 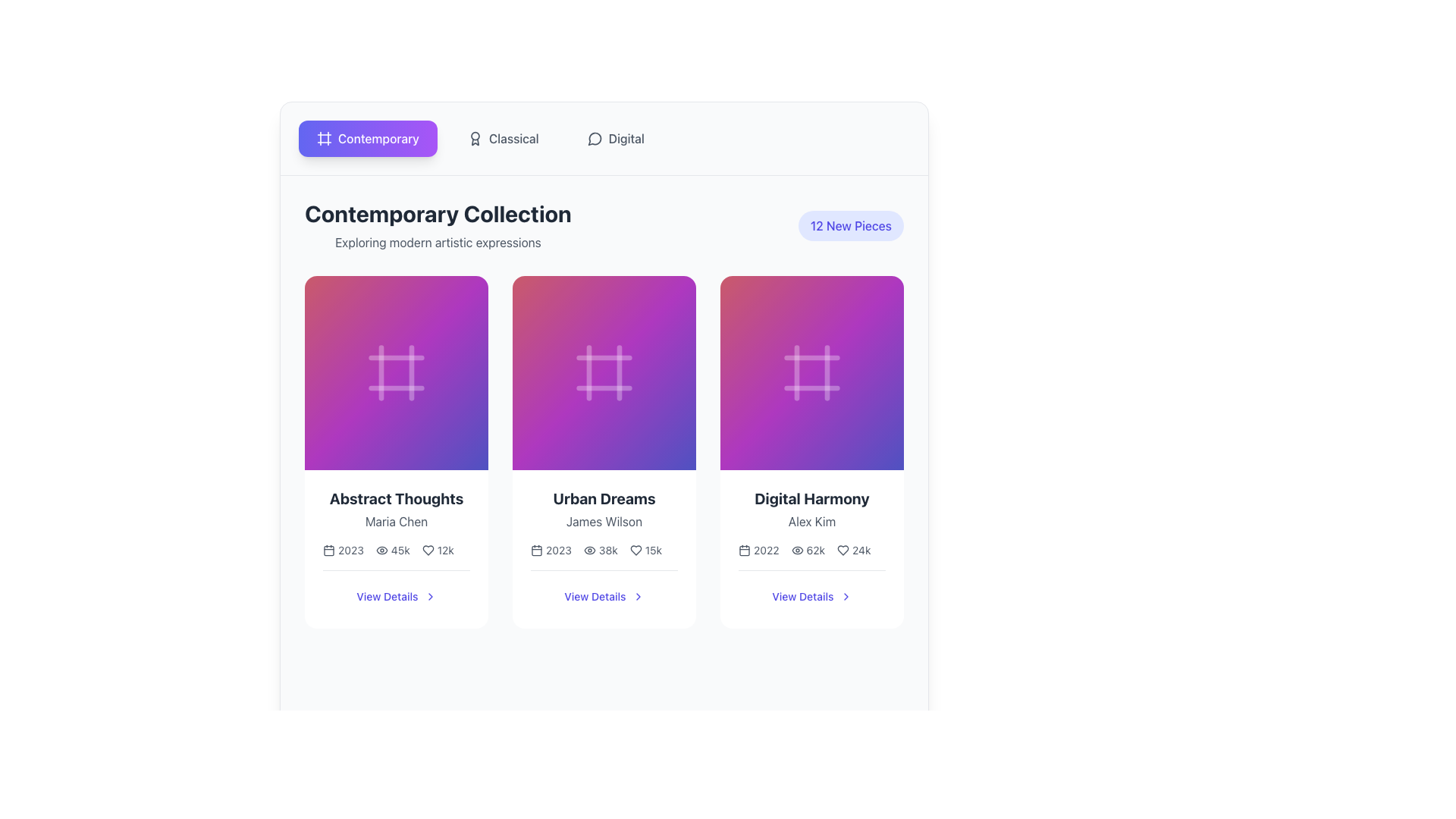 I want to click on metadata display for the 'Digital Harmony' item, which shows its year, number of views, and number of likes, located above the 'View Details' link, so click(x=804, y=550).